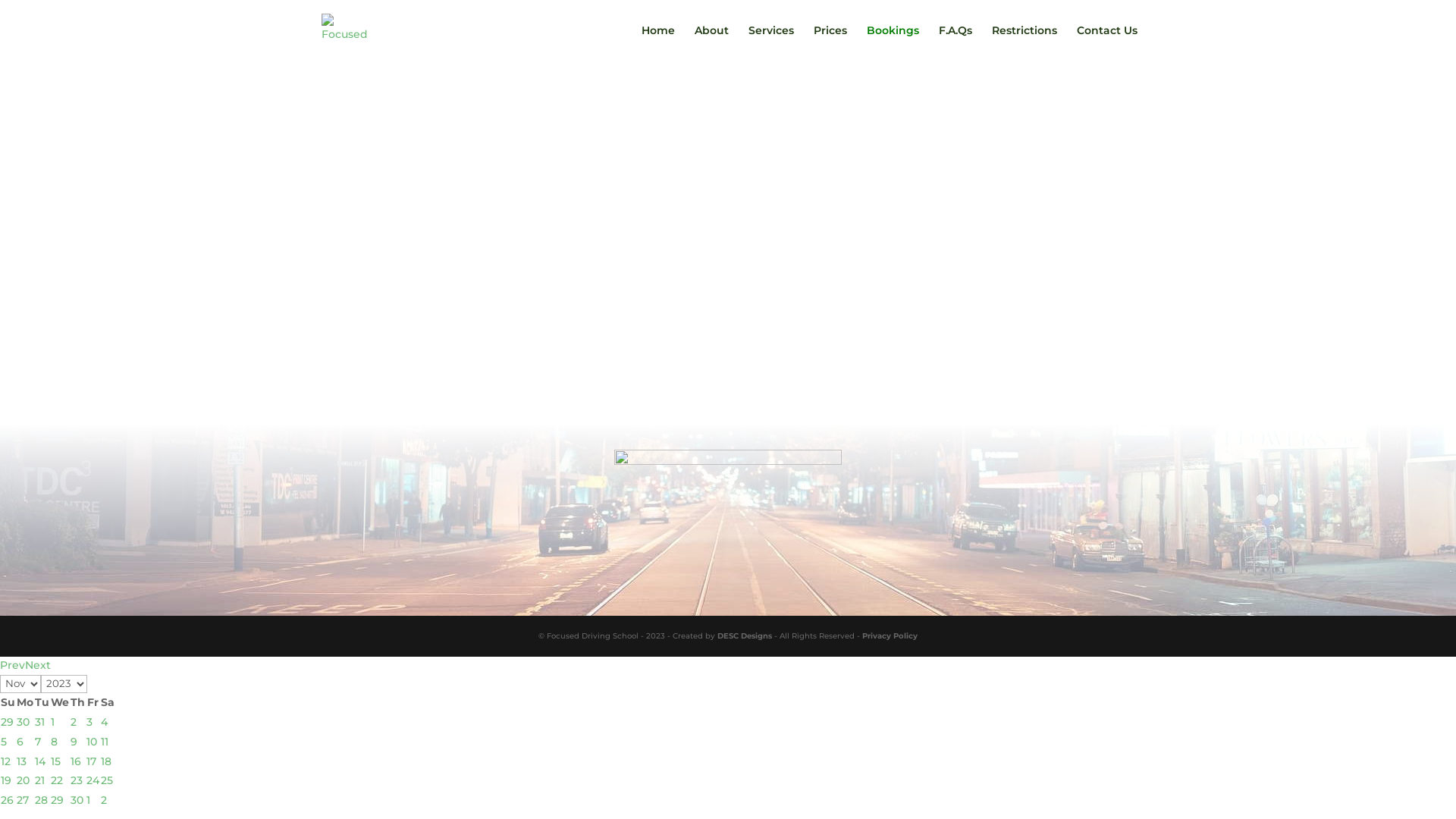 The height and width of the screenshot is (819, 1456). Describe the element at coordinates (69, 780) in the screenshot. I see `'23'` at that location.